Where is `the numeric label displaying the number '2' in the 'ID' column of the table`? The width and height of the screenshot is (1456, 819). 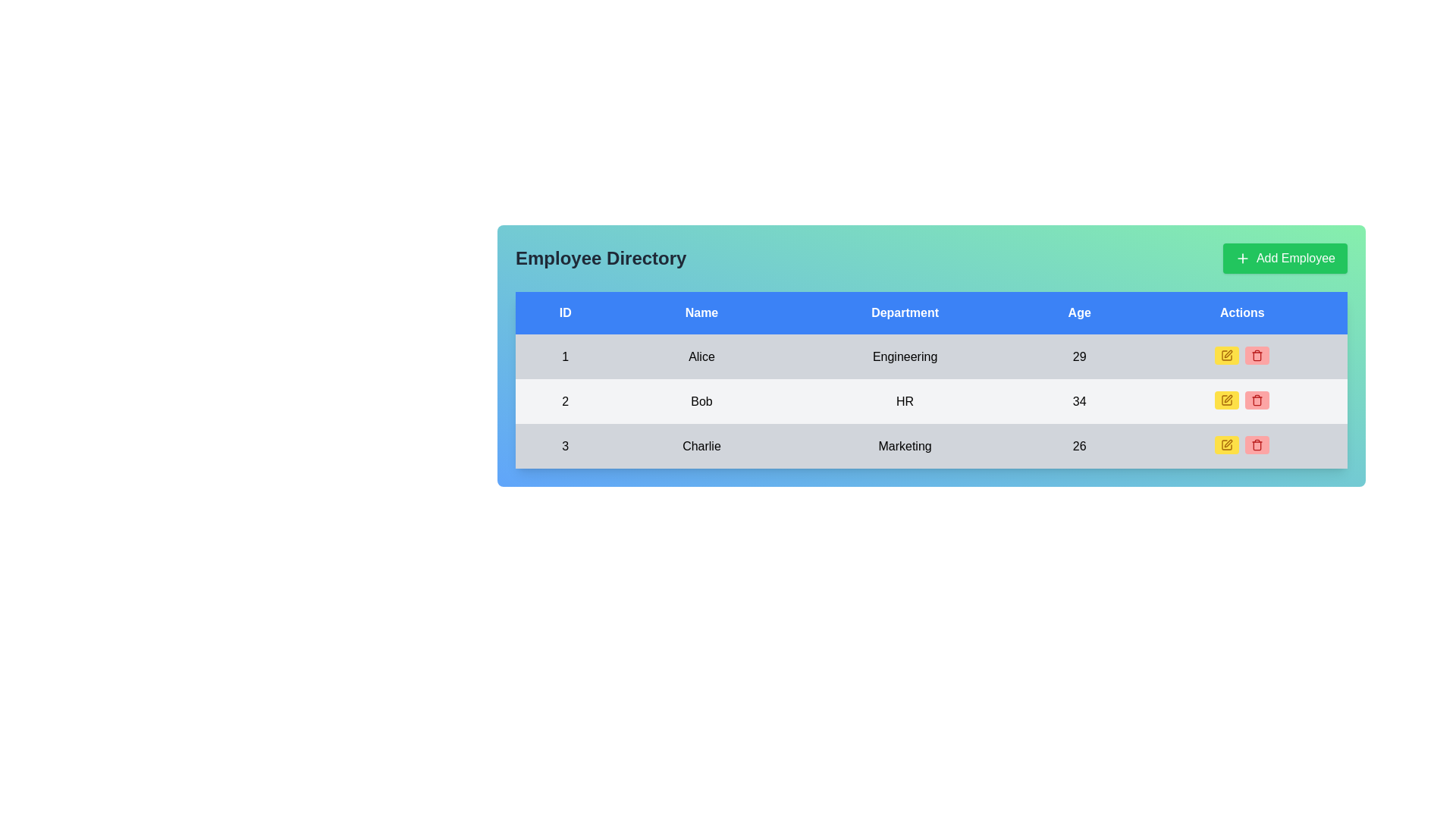 the numeric label displaying the number '2' in the 'ID' column of the table is located at coordinates (564, 400).